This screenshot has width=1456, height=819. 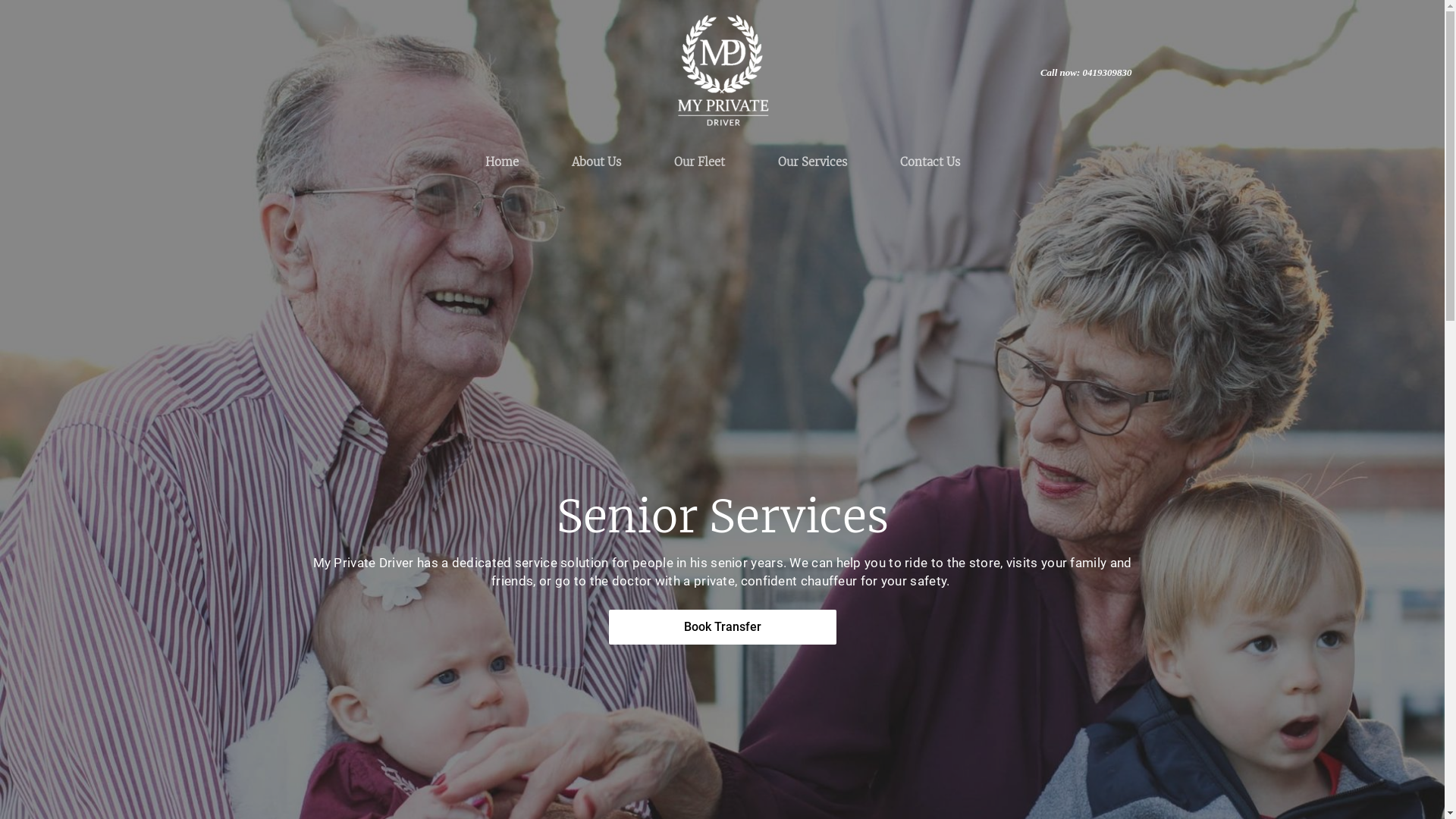 I want to click on 'Book Transfer', so click(x=720, y=626).